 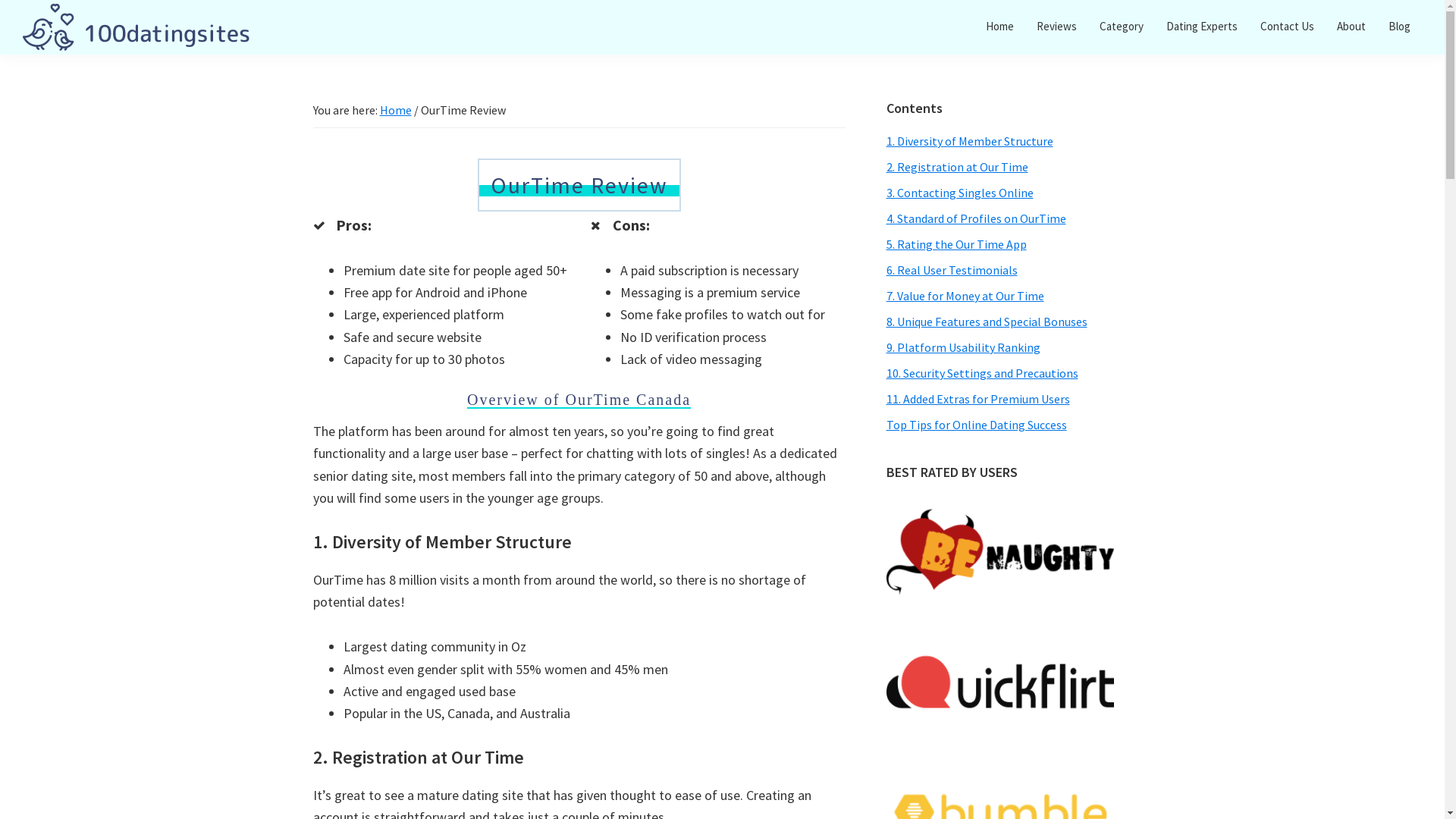 What do you see at coordinates (1398, 26) in the screenshot?
I see `'Blog'` at bounding box center [1398, 26].